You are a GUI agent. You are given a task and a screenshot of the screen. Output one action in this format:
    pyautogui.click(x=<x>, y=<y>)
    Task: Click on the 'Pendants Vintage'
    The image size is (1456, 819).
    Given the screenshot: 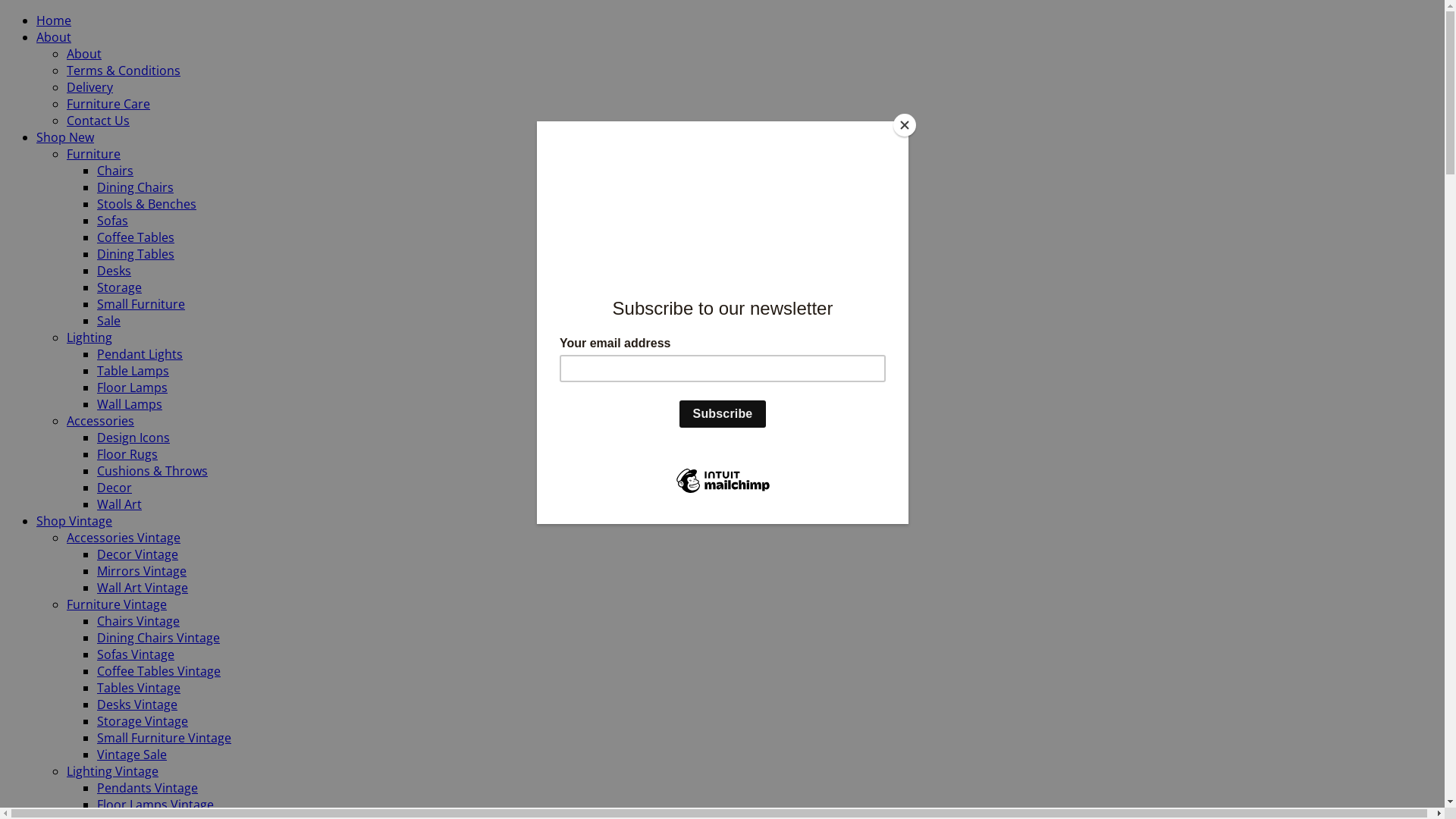 What is the action you would take?
    pyautogui.click(x=96, y=786)
    